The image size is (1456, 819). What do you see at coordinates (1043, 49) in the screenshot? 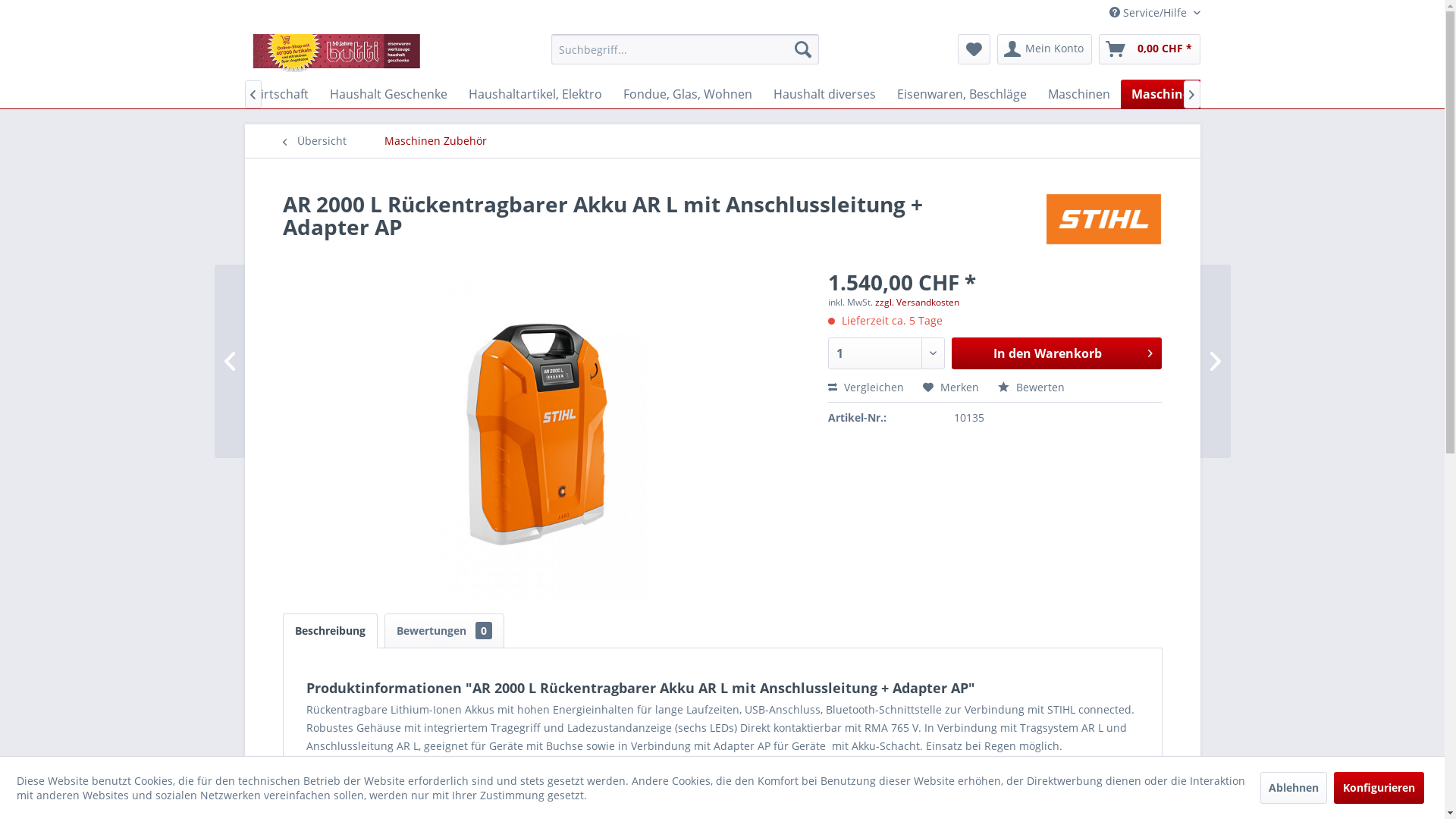
I see `'Mein Konto'` at bounding box center [1043, 49].